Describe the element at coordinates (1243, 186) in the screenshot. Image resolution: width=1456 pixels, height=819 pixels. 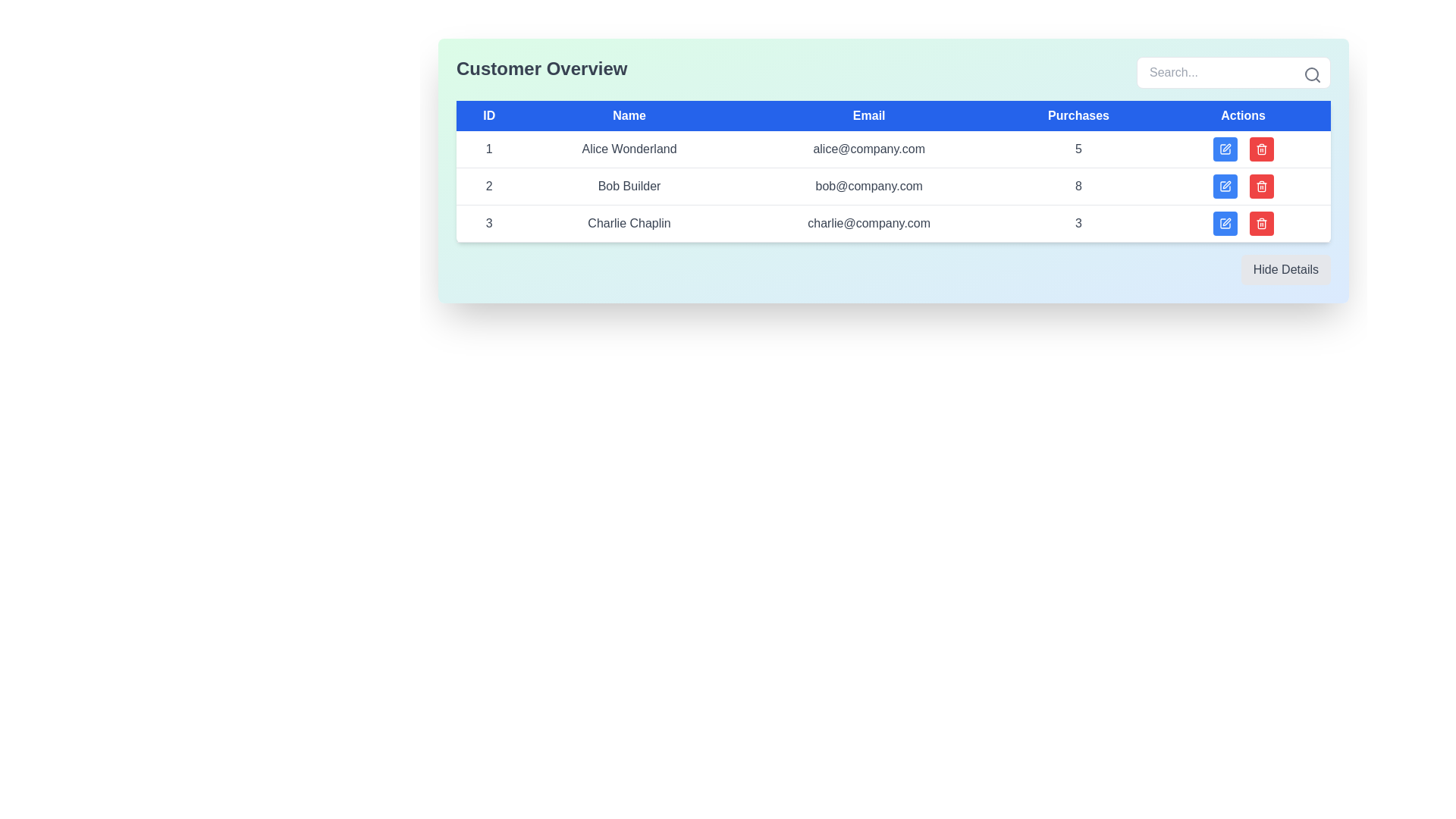
I see `the small circular indicator located between the edit and delete buttons in the Actions column of the second row of the table` at that location.